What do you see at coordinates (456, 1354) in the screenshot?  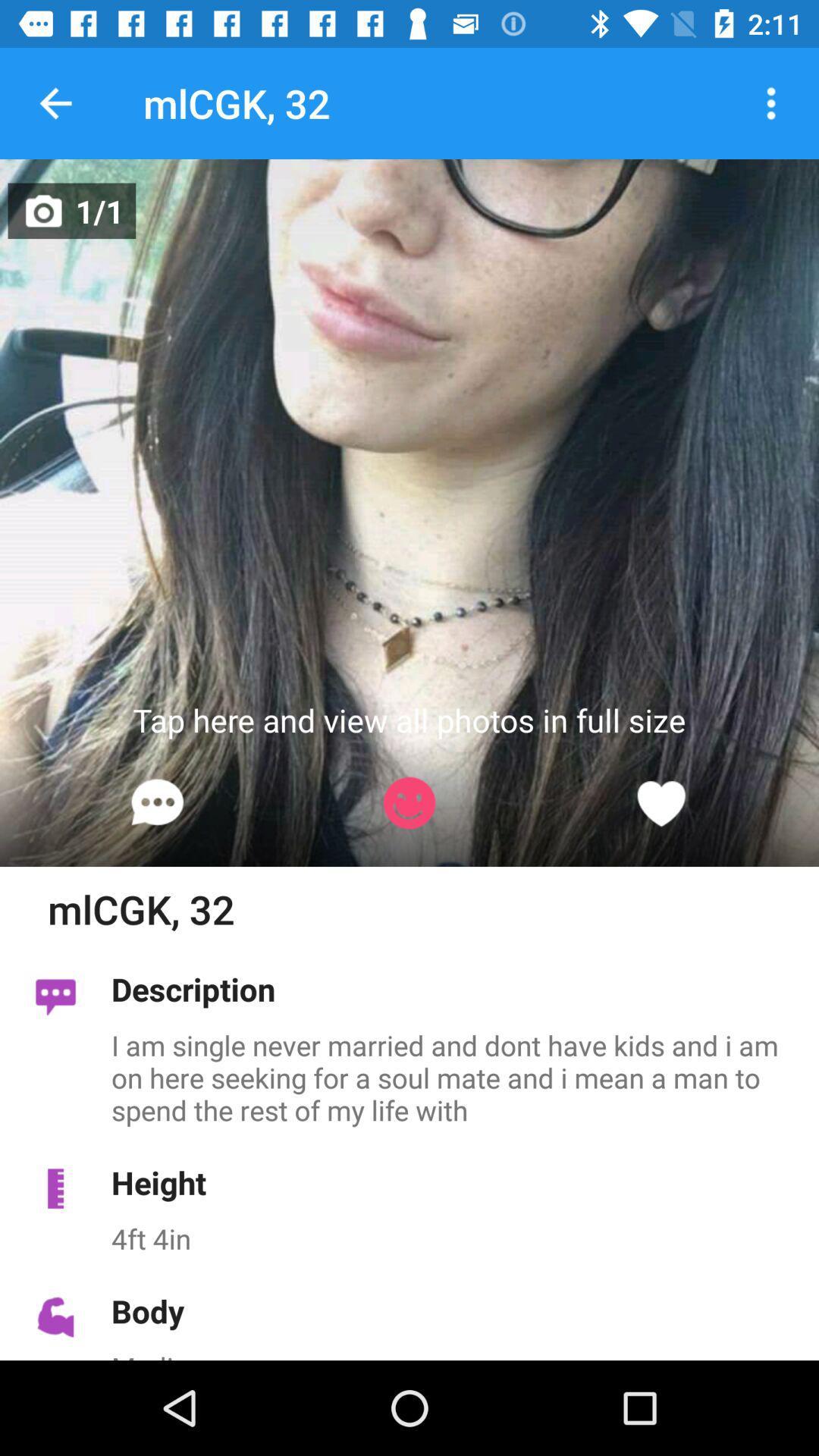 I see `medium` at bounding box center [456, 1354].